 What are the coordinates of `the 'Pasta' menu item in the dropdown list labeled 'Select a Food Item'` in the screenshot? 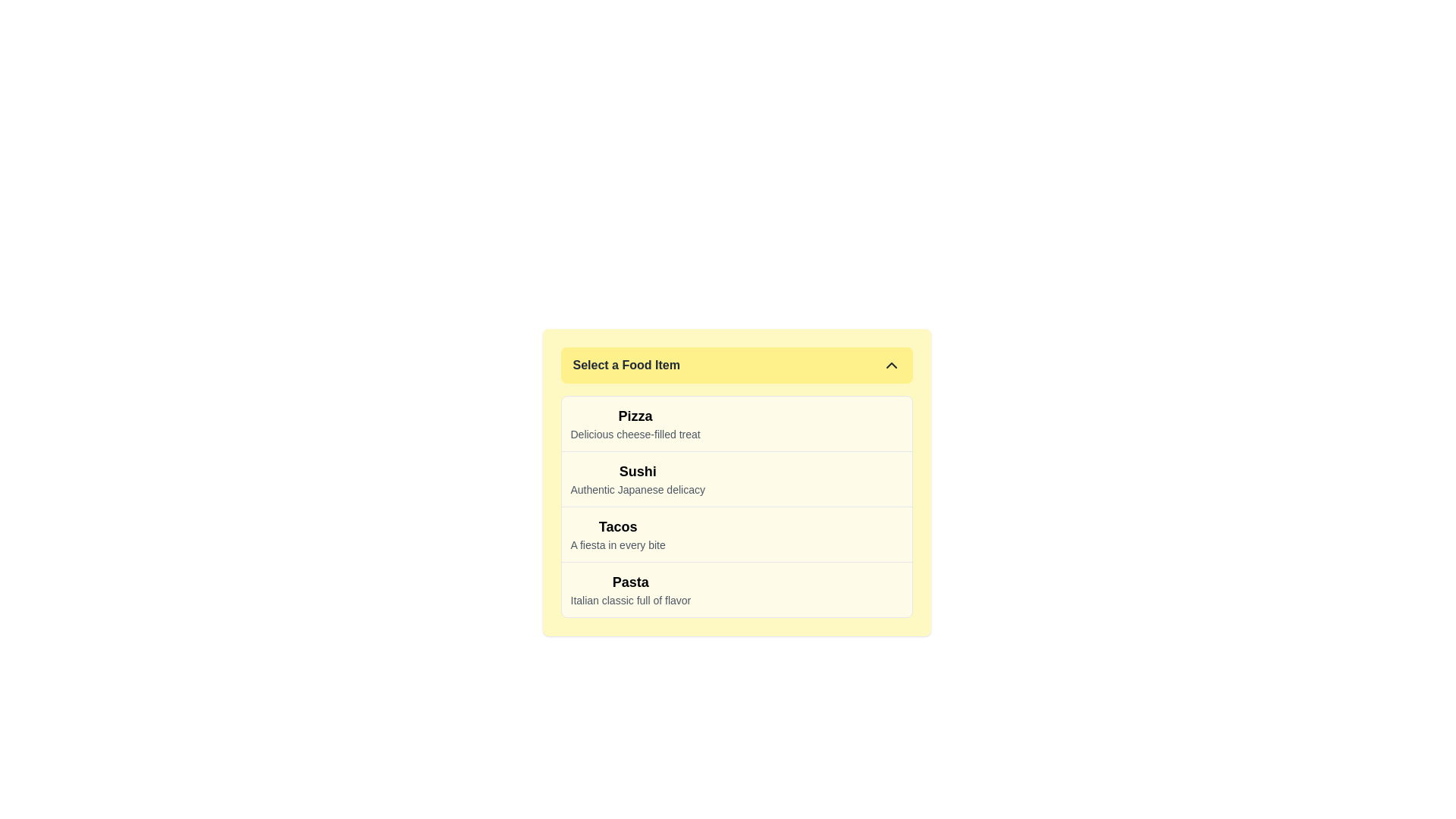 It's located at (736, 588).